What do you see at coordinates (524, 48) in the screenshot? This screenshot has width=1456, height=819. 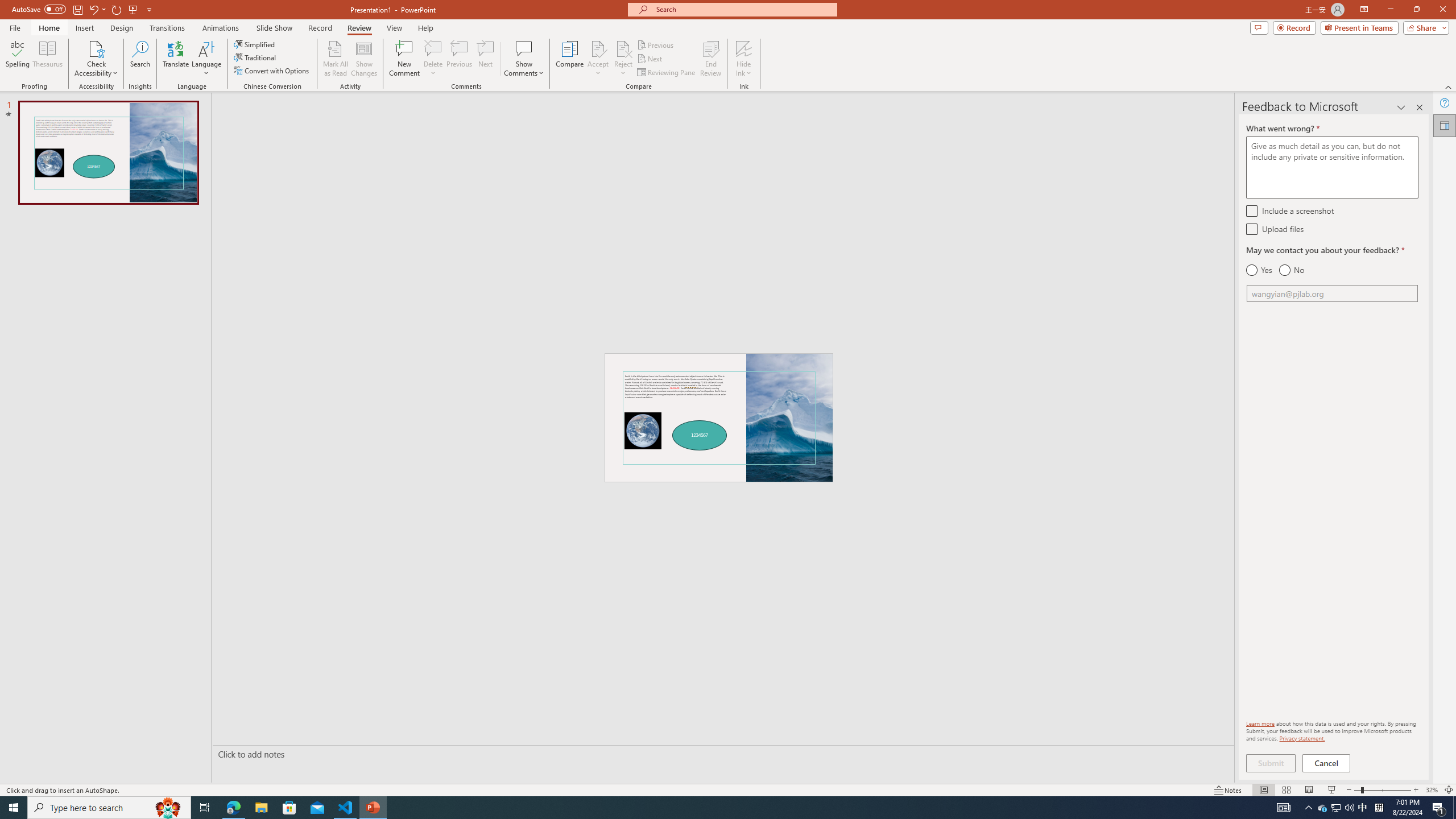 I see `'Show Comments'` at bounding box center [524, 48].